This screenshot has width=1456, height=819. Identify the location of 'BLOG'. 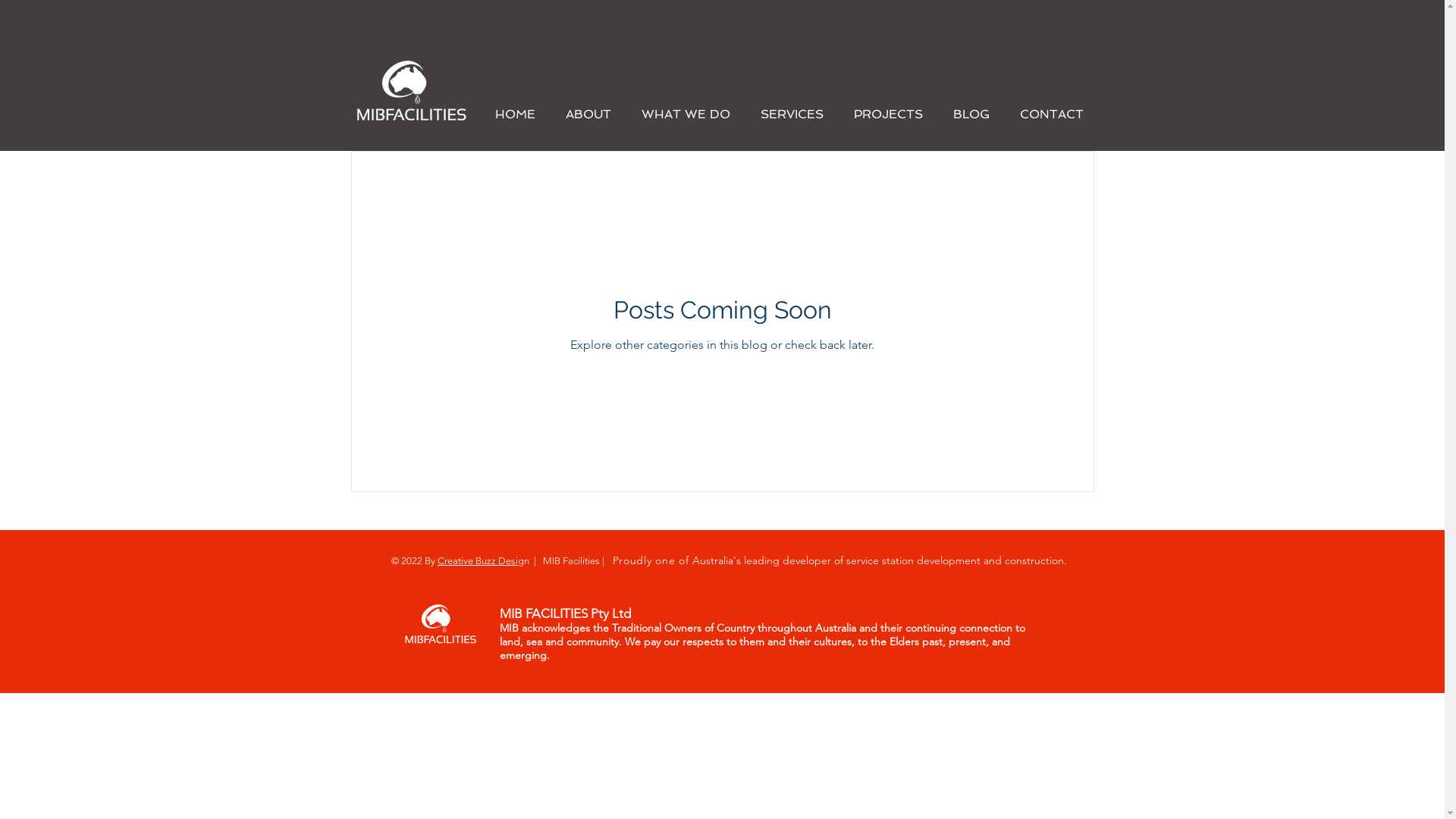
(971, 113).